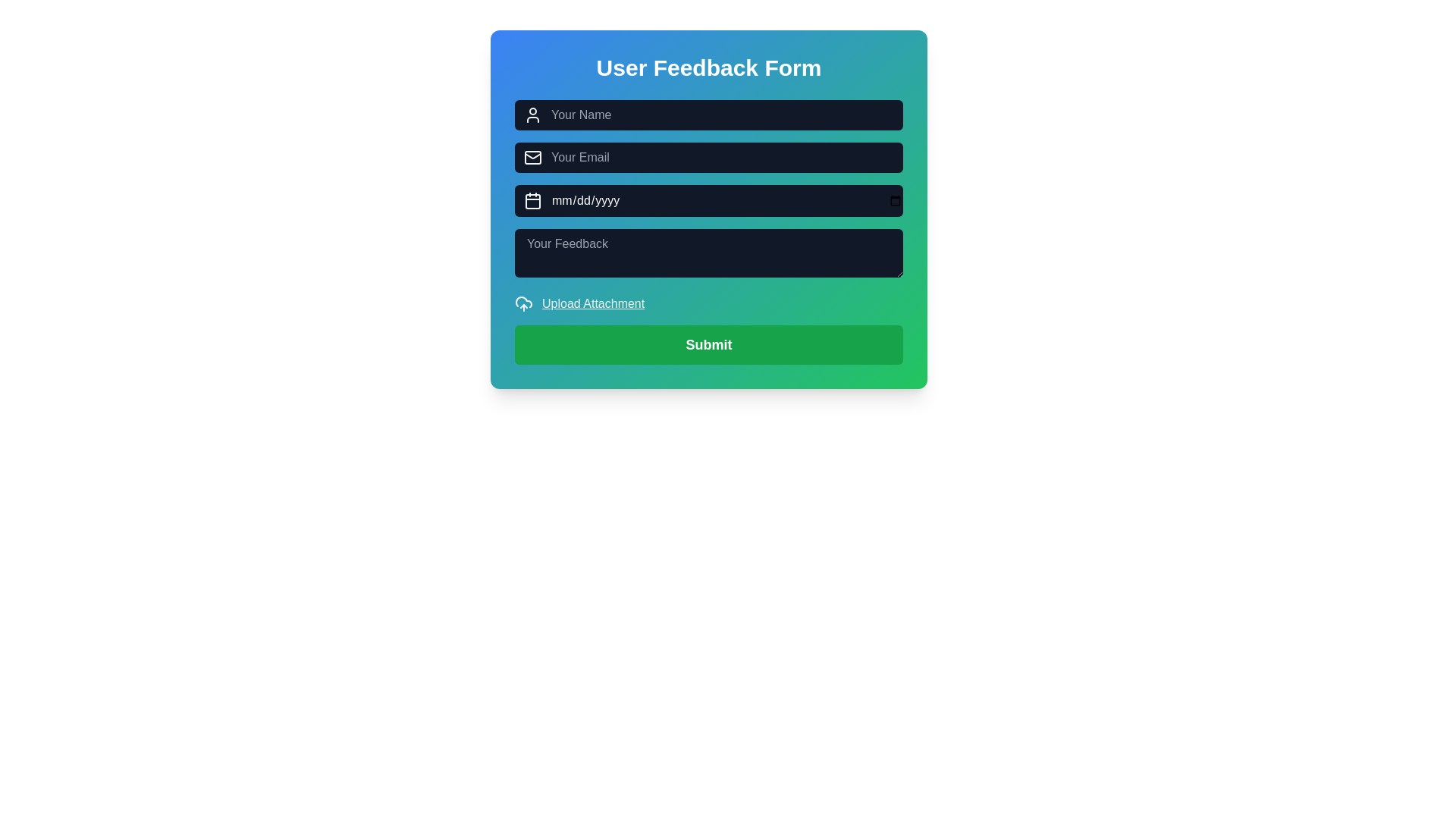 Image resolution: width=1456 pixels, height=819 pixels. What do you see at coordinates (708, 345) in the screenshot?
I see `the form submission button located at the bottom of the form below the 'Upload Attachment' link` at bounding box center [708, 345].